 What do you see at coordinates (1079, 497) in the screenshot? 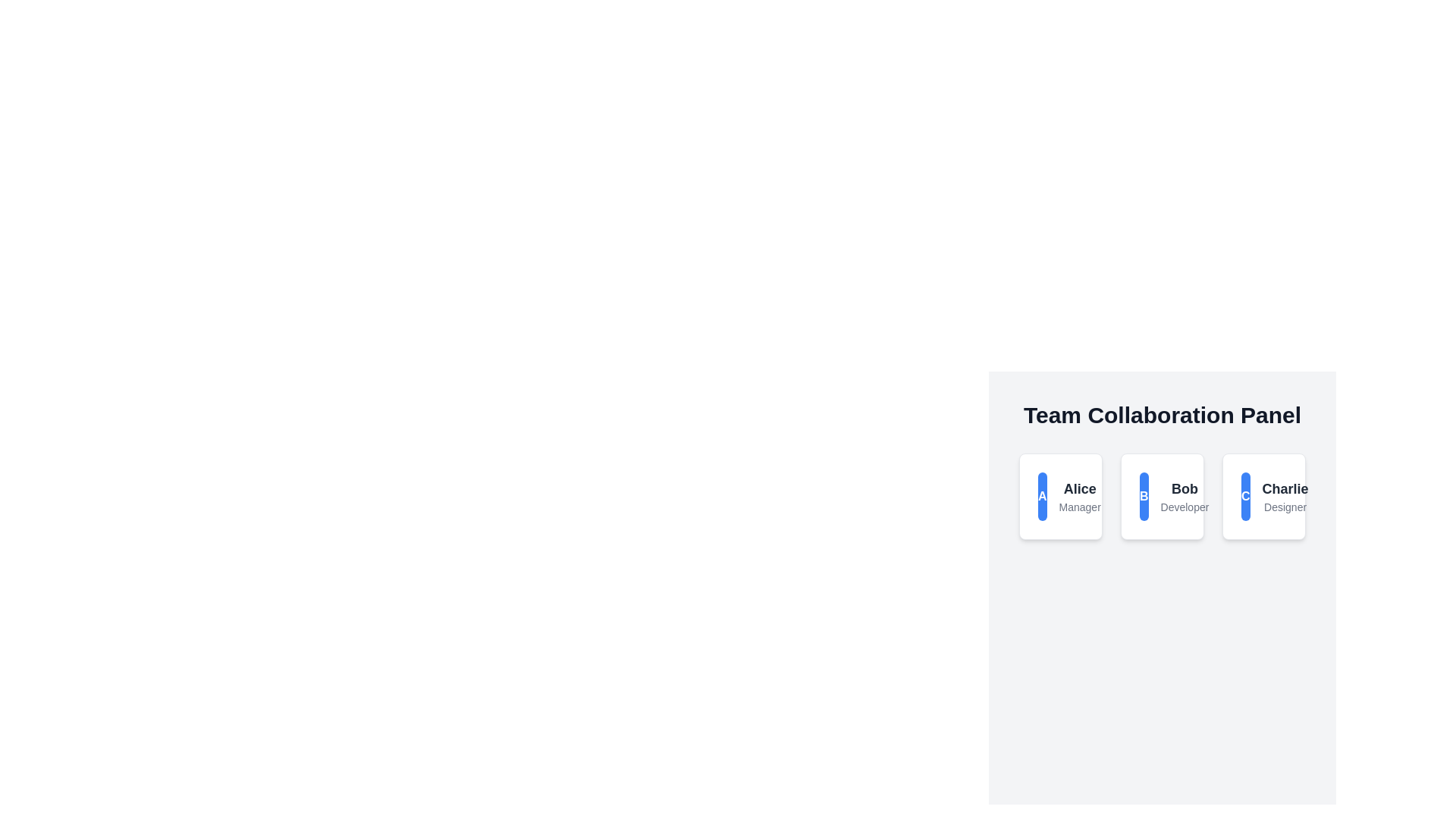
I see `the text label displaying 'Alice' in bold, indicating a user card in the Team Collaboration Panel` at bounding box center [1079, 497].